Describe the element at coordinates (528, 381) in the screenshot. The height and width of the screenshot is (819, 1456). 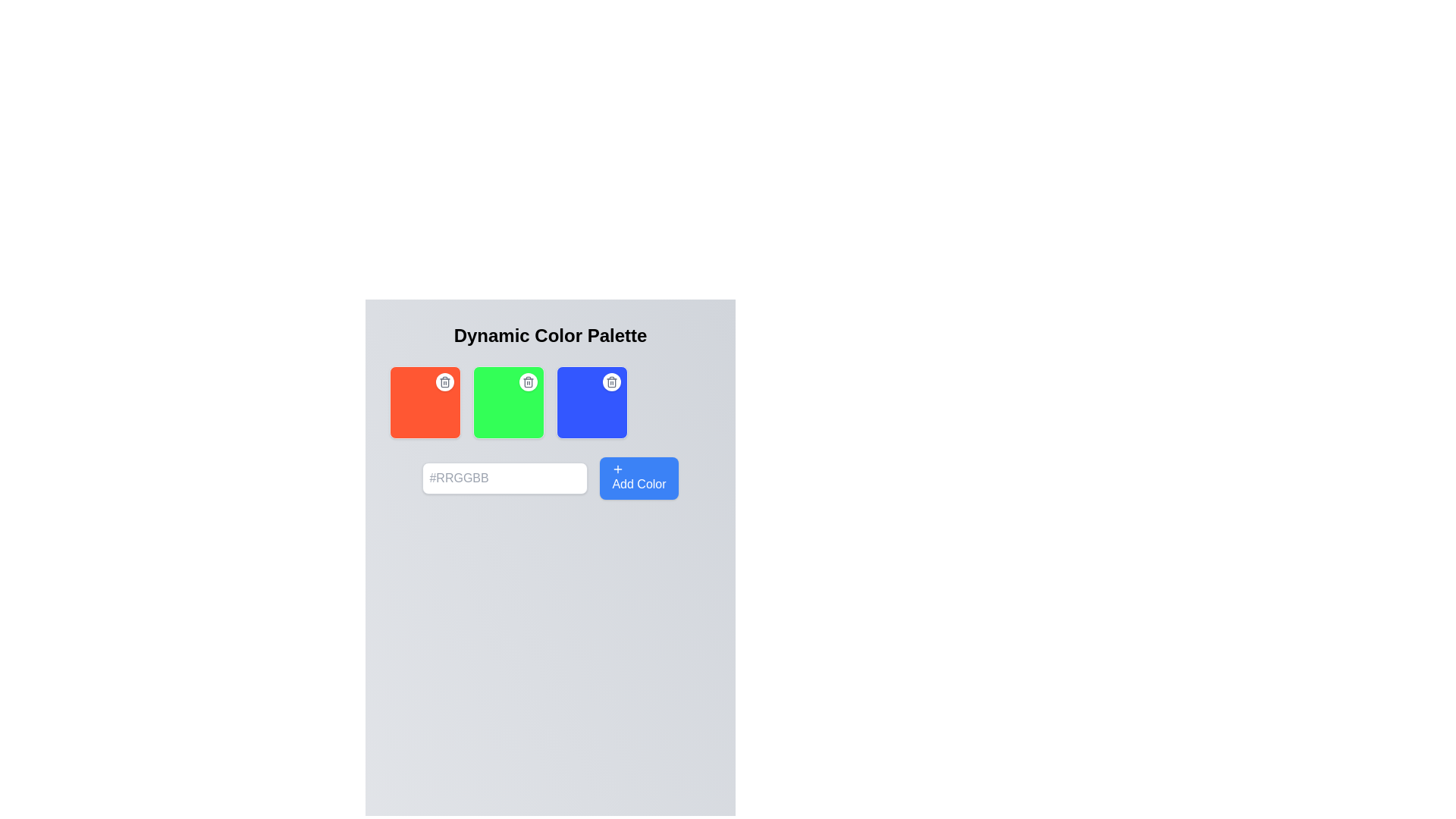
I see `the trash icon within the white circular button located in the top-right corner of the green rectangular element` at that location.